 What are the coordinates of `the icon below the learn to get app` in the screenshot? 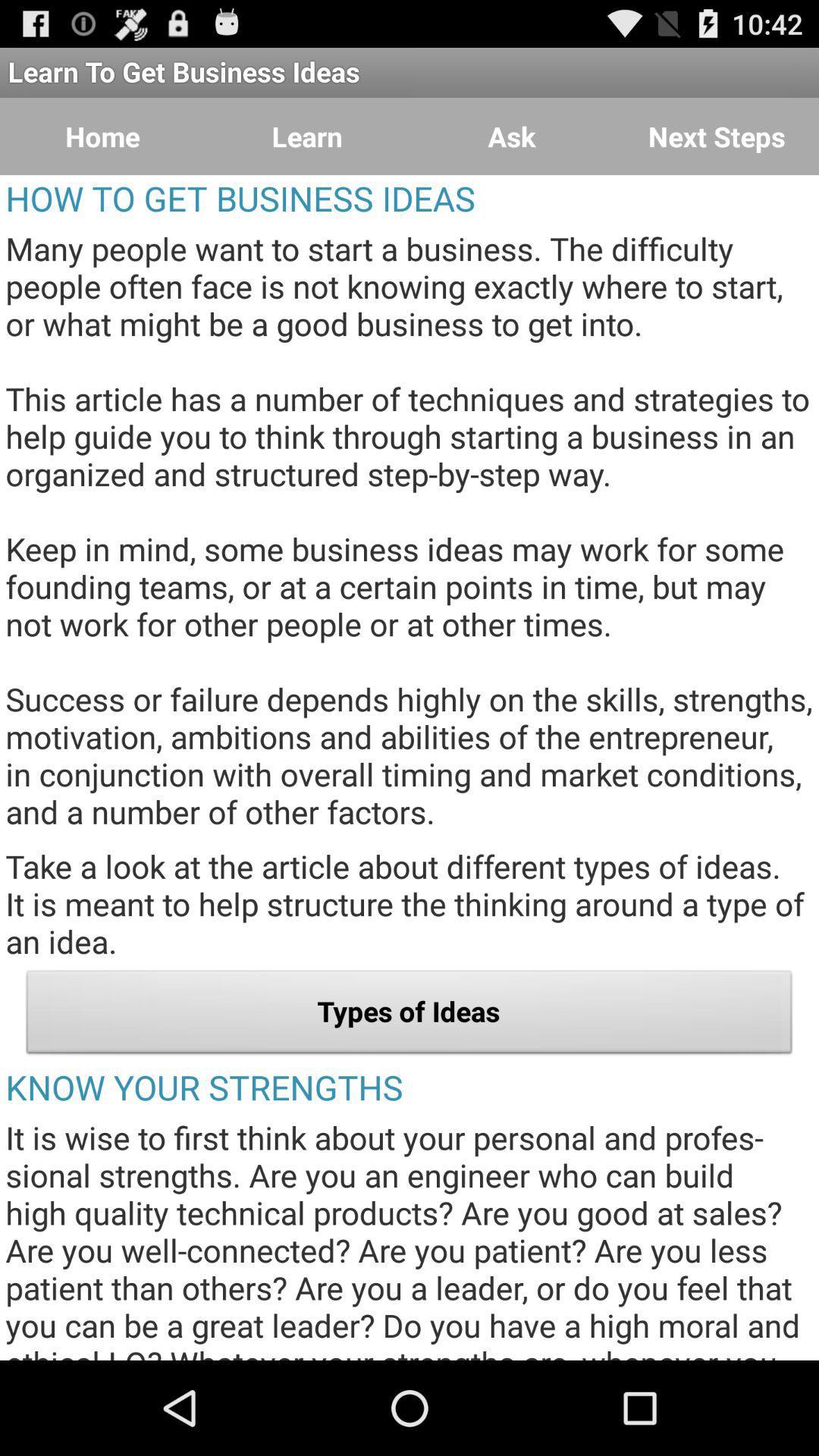 It's located at (717, 136).